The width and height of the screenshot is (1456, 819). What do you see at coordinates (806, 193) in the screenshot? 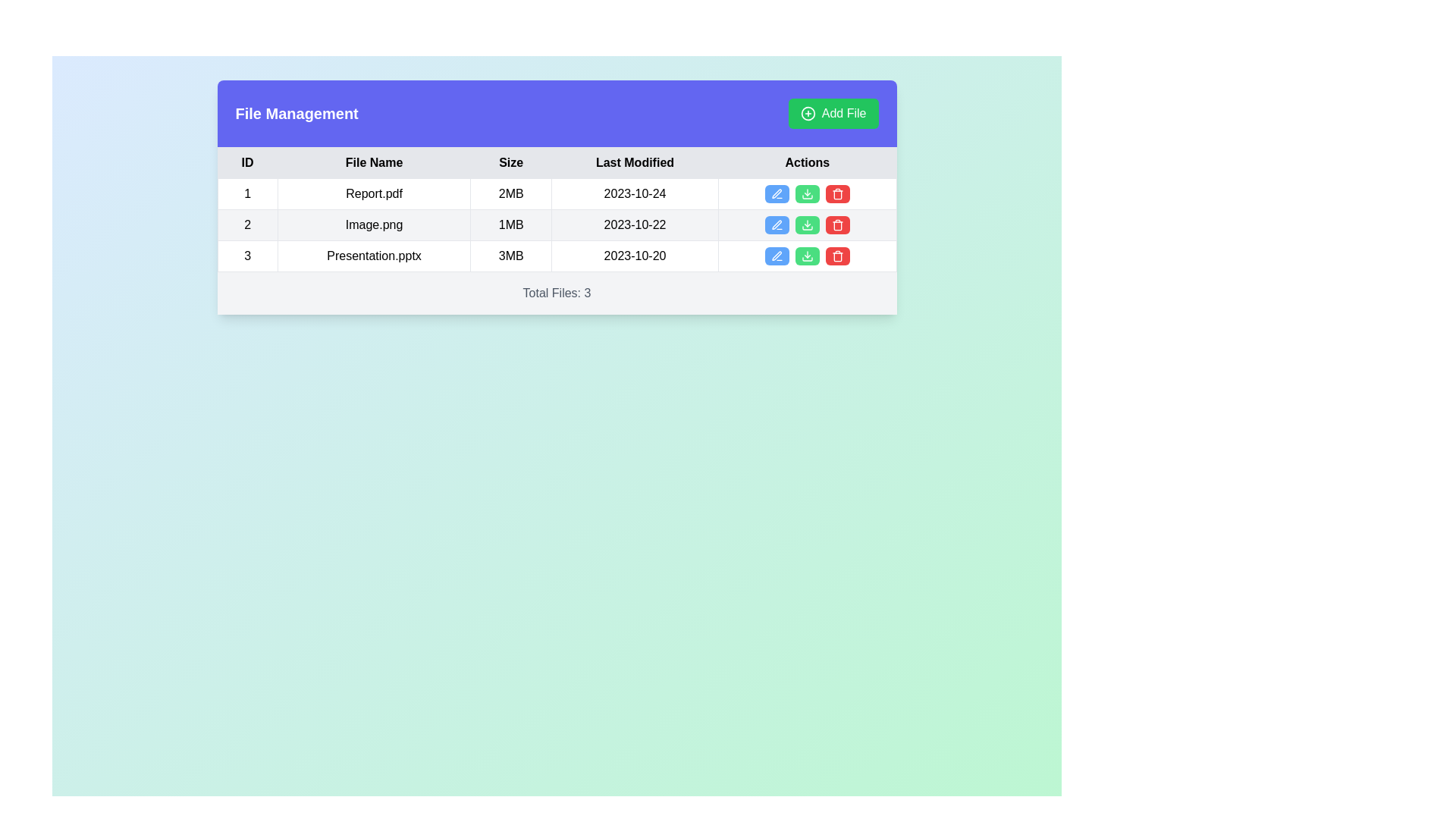
I see `the download button for the file 'Report.pdf'` at bounding box center [806, 193].